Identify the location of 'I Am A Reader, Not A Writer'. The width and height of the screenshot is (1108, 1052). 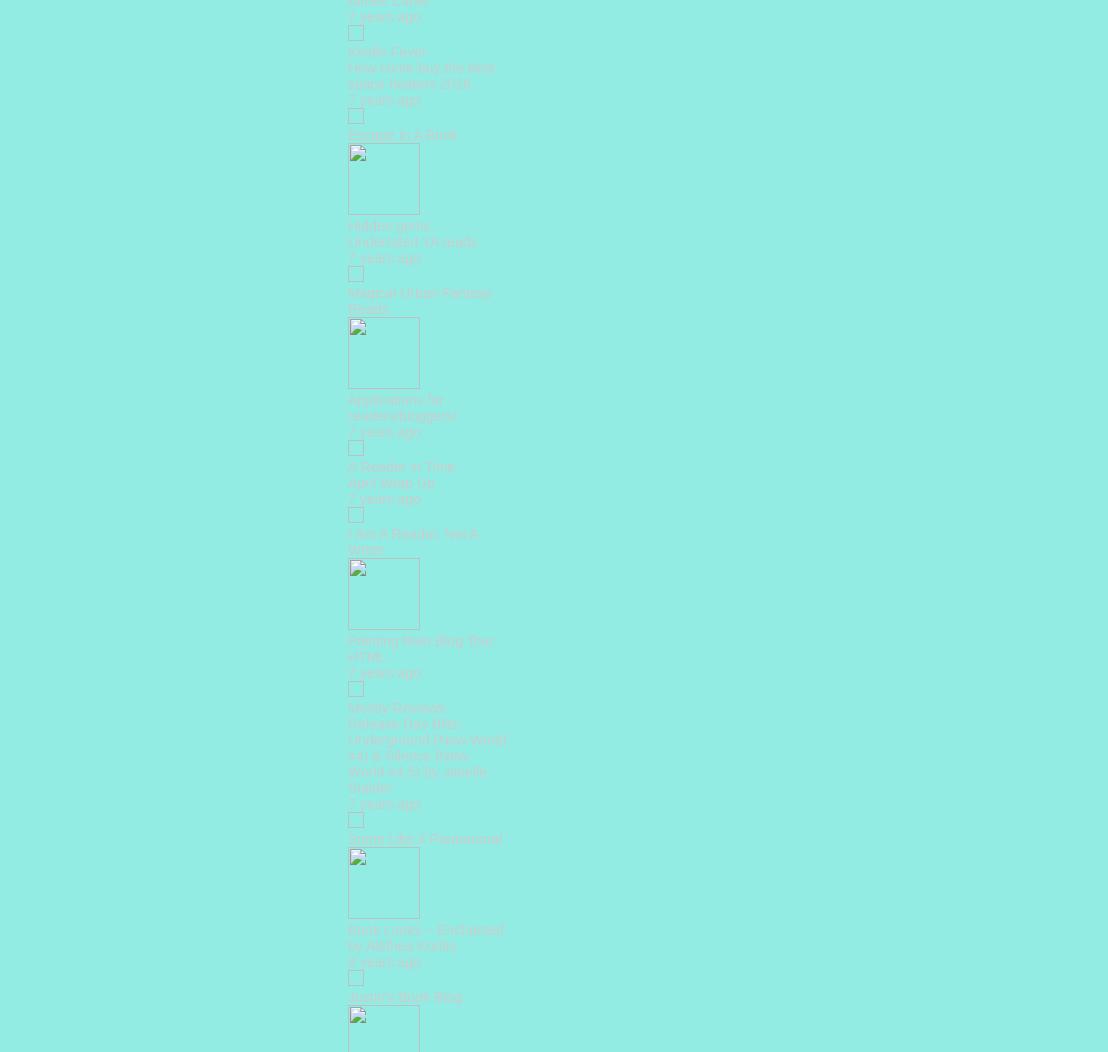
(412, 541).